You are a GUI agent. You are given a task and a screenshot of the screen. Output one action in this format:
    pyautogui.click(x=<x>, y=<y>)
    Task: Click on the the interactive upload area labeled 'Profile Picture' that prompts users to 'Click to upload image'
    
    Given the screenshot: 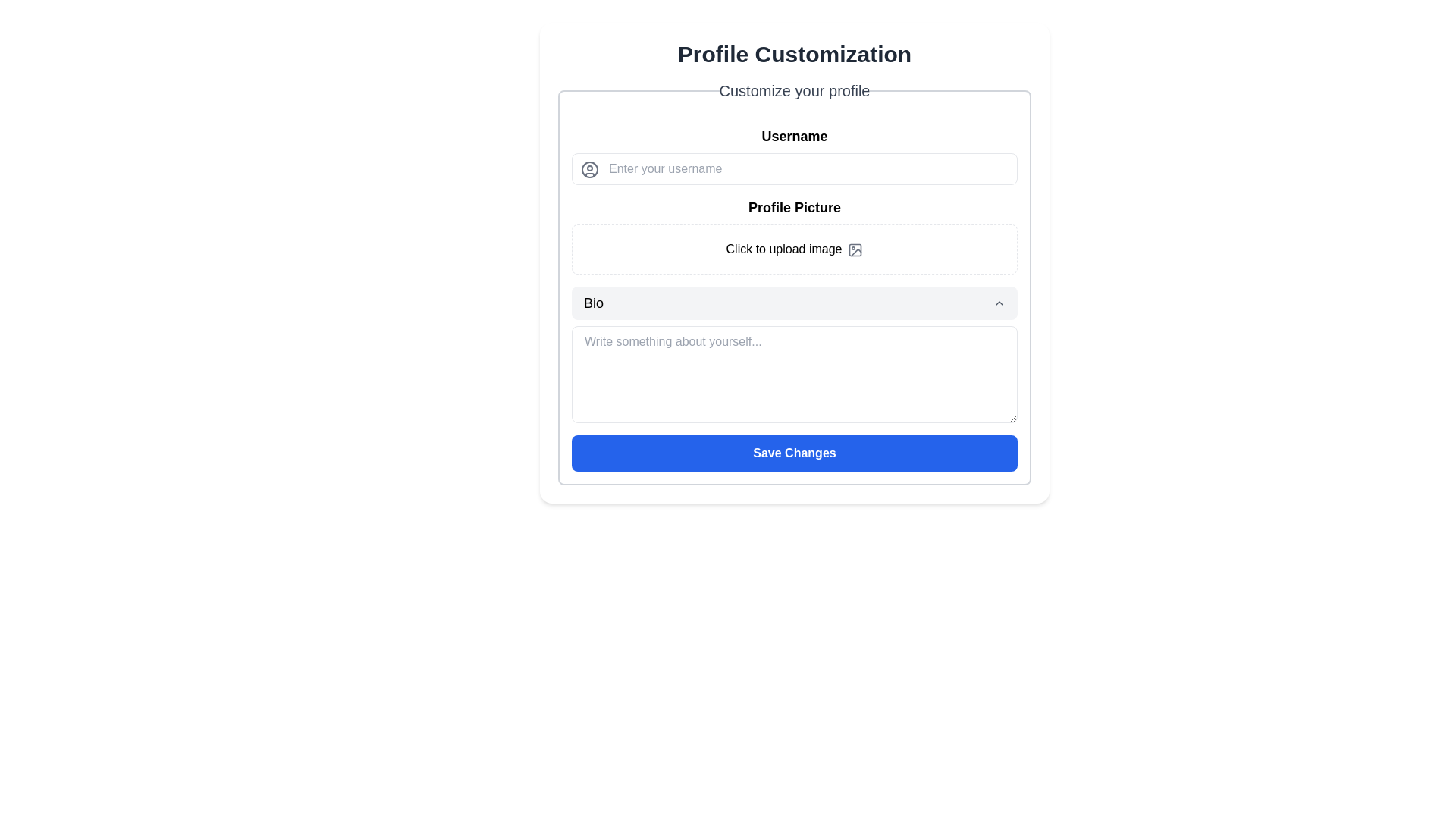 What is the action you would take?
    pyautogui.click(x=793, y=236)
    